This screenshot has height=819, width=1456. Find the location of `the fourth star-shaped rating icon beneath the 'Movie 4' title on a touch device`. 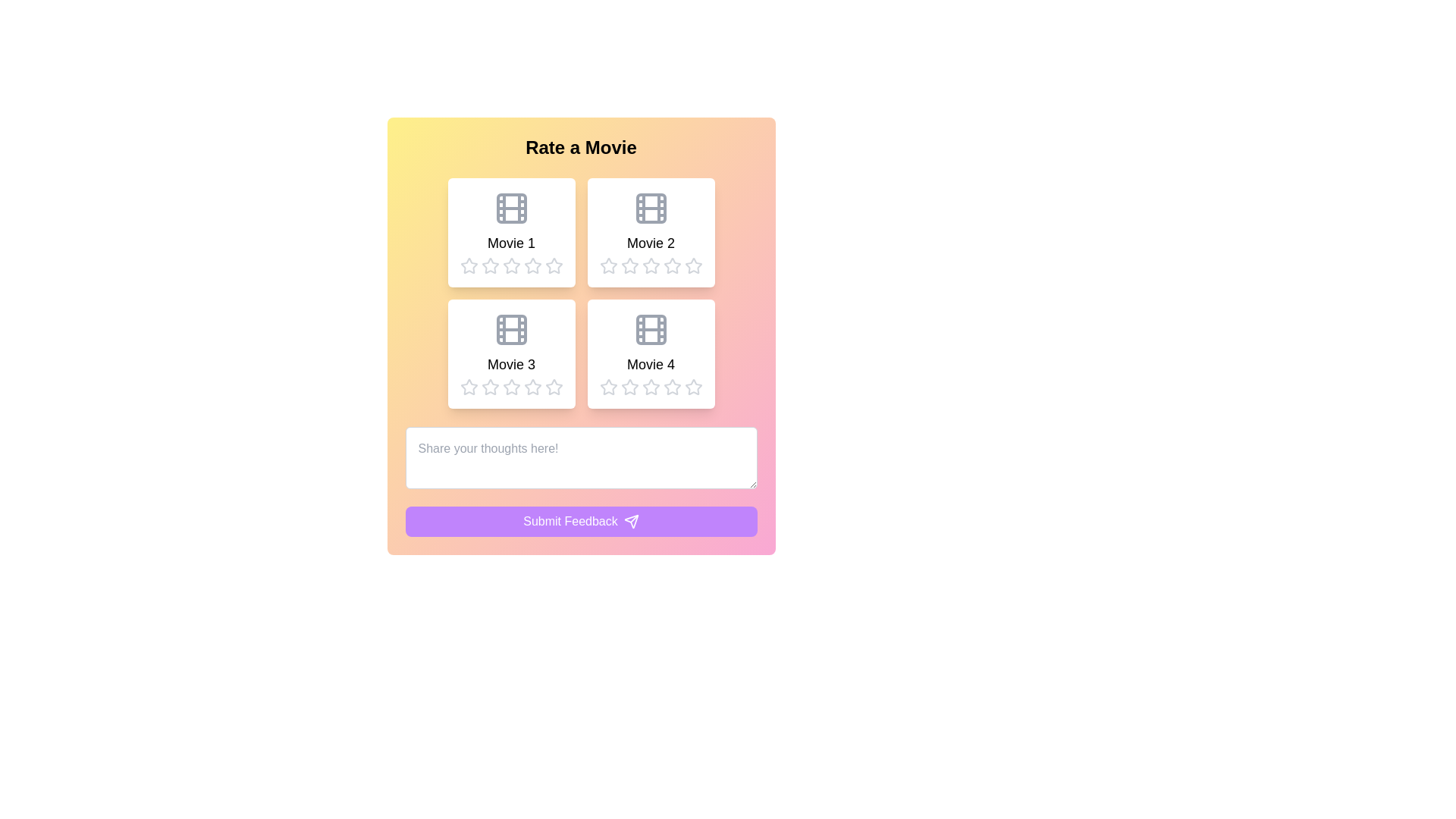

the fourth star-shaped rating icon beneath the 'Movie 4' title on a touch device is located at coordinates (651, 386).